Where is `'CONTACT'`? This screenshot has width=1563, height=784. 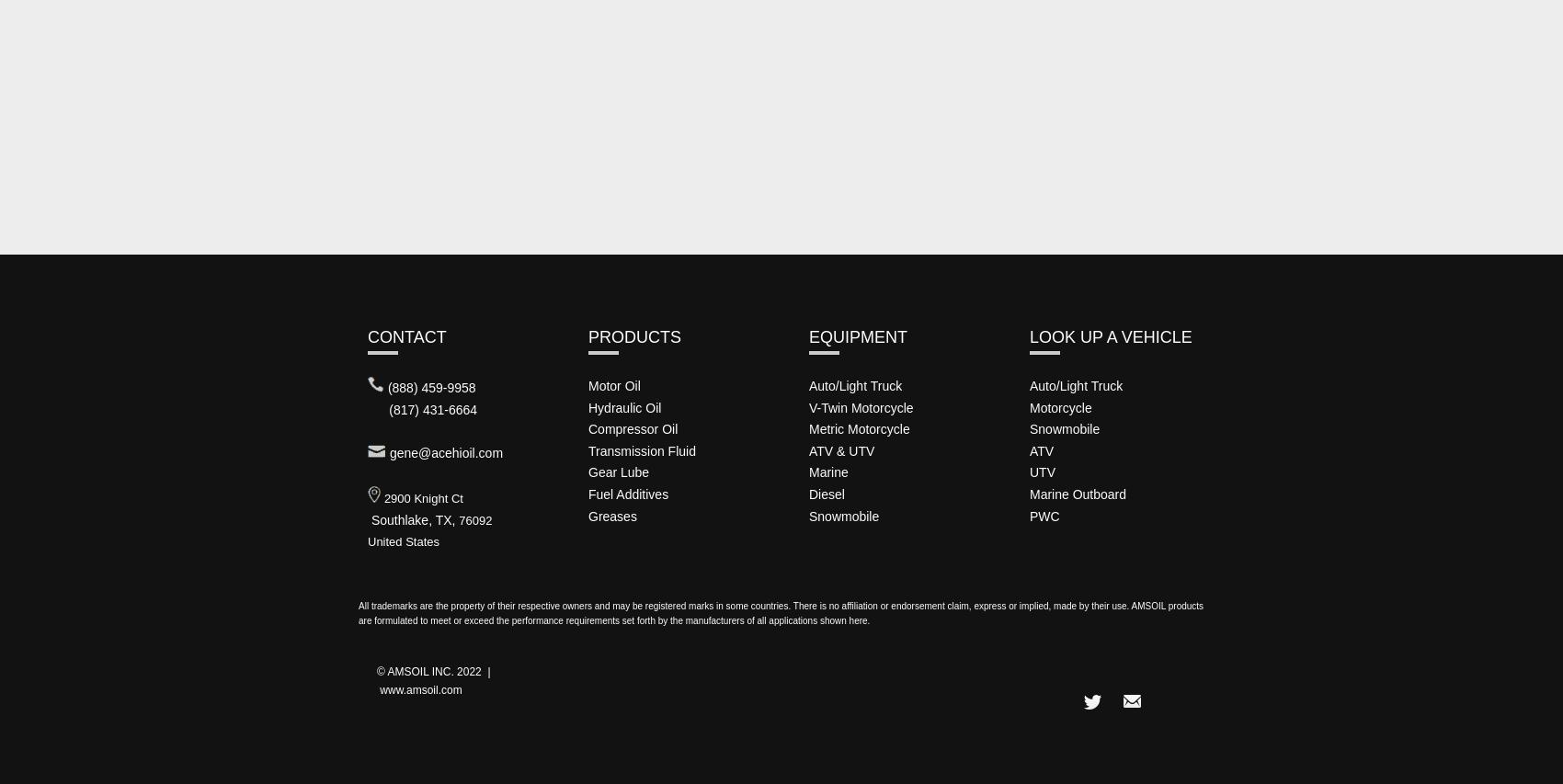 'CONTACT' is located at coordinates (406, 336).